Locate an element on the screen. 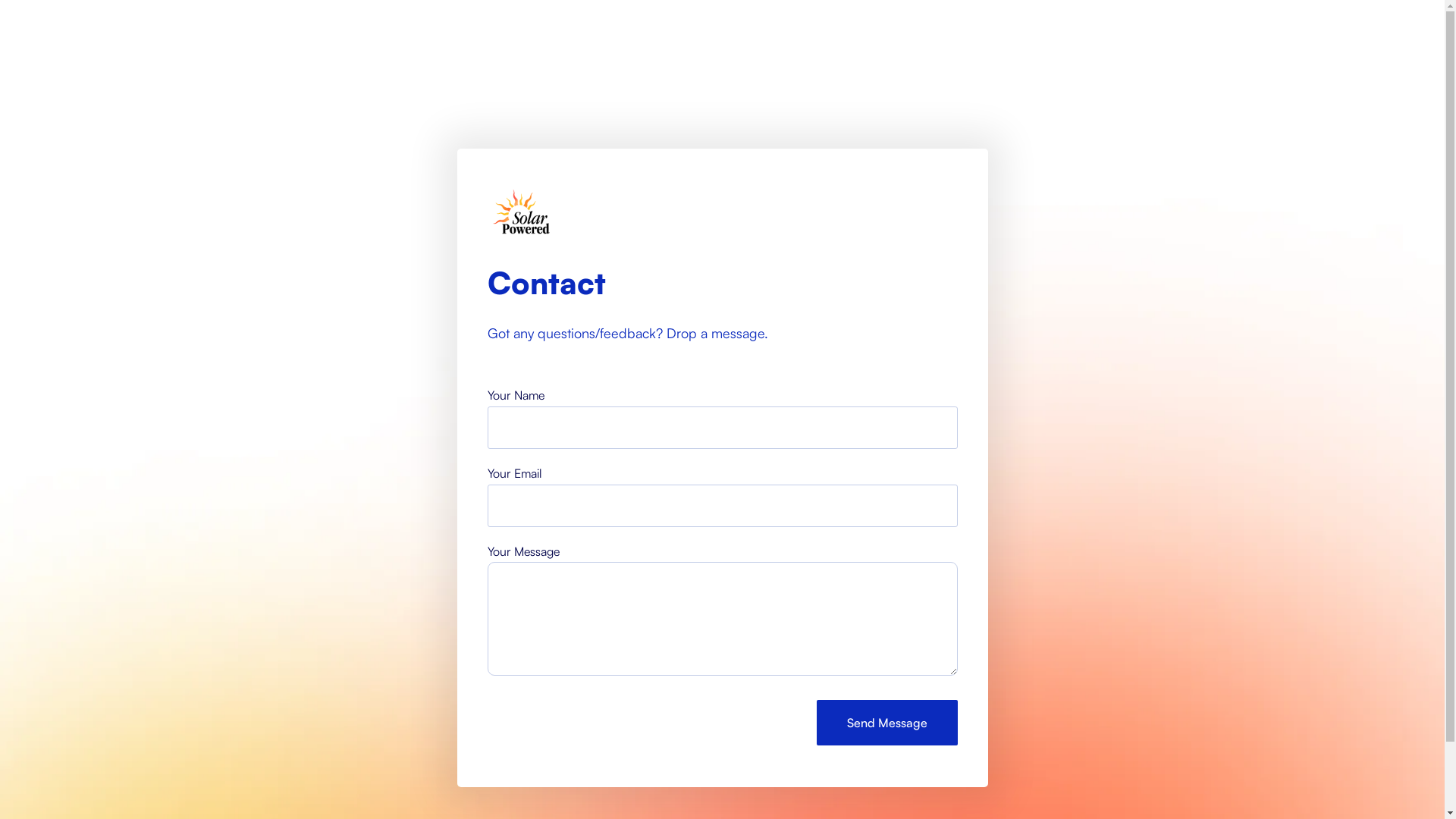 This screenshot has width=1456, height=819. 'Send Message' is located at coordinates (886, 721).